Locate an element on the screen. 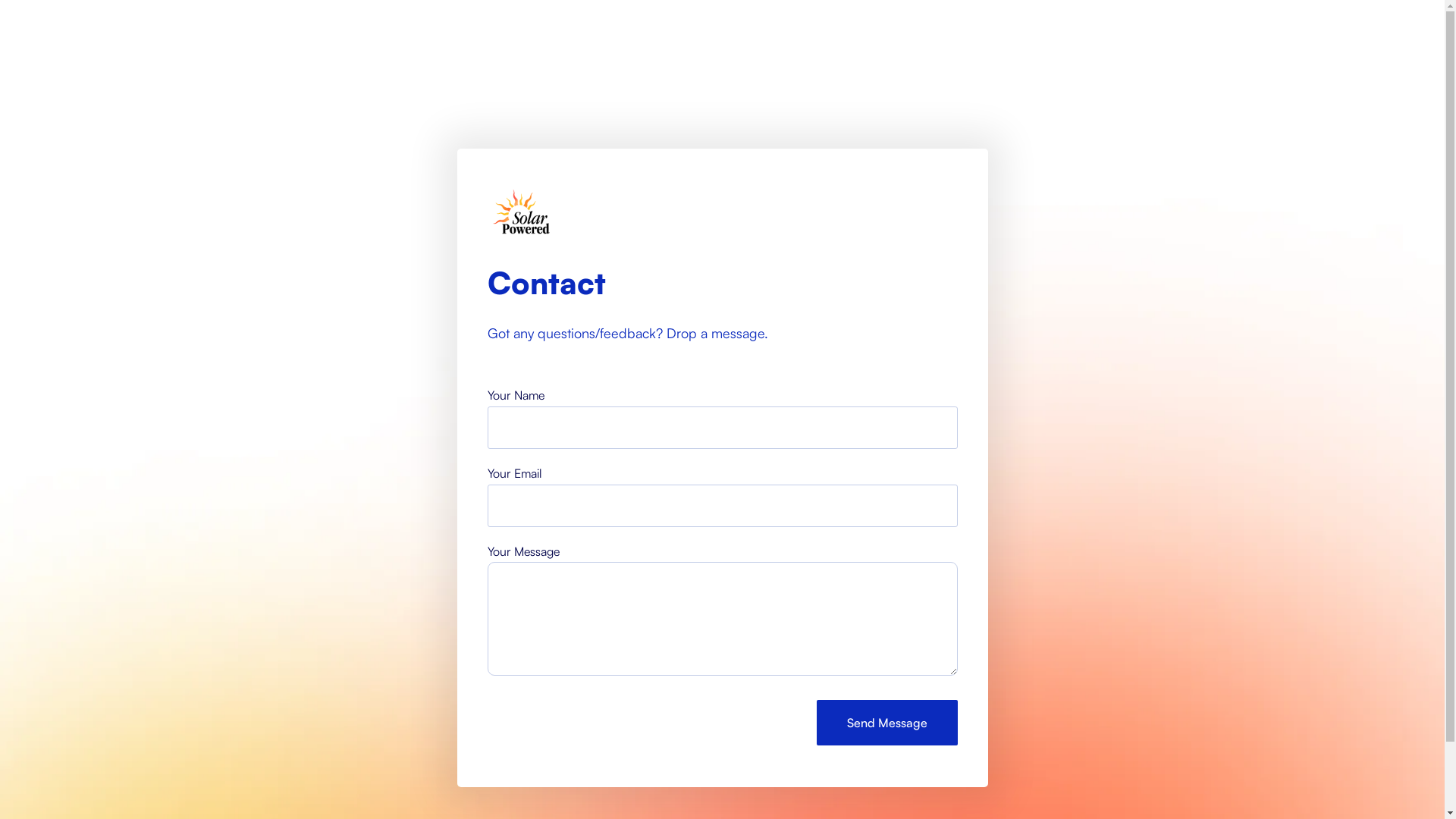 This screenshot has width=1456, height=819. 'Send Message' is located at coordinates (886, 721).